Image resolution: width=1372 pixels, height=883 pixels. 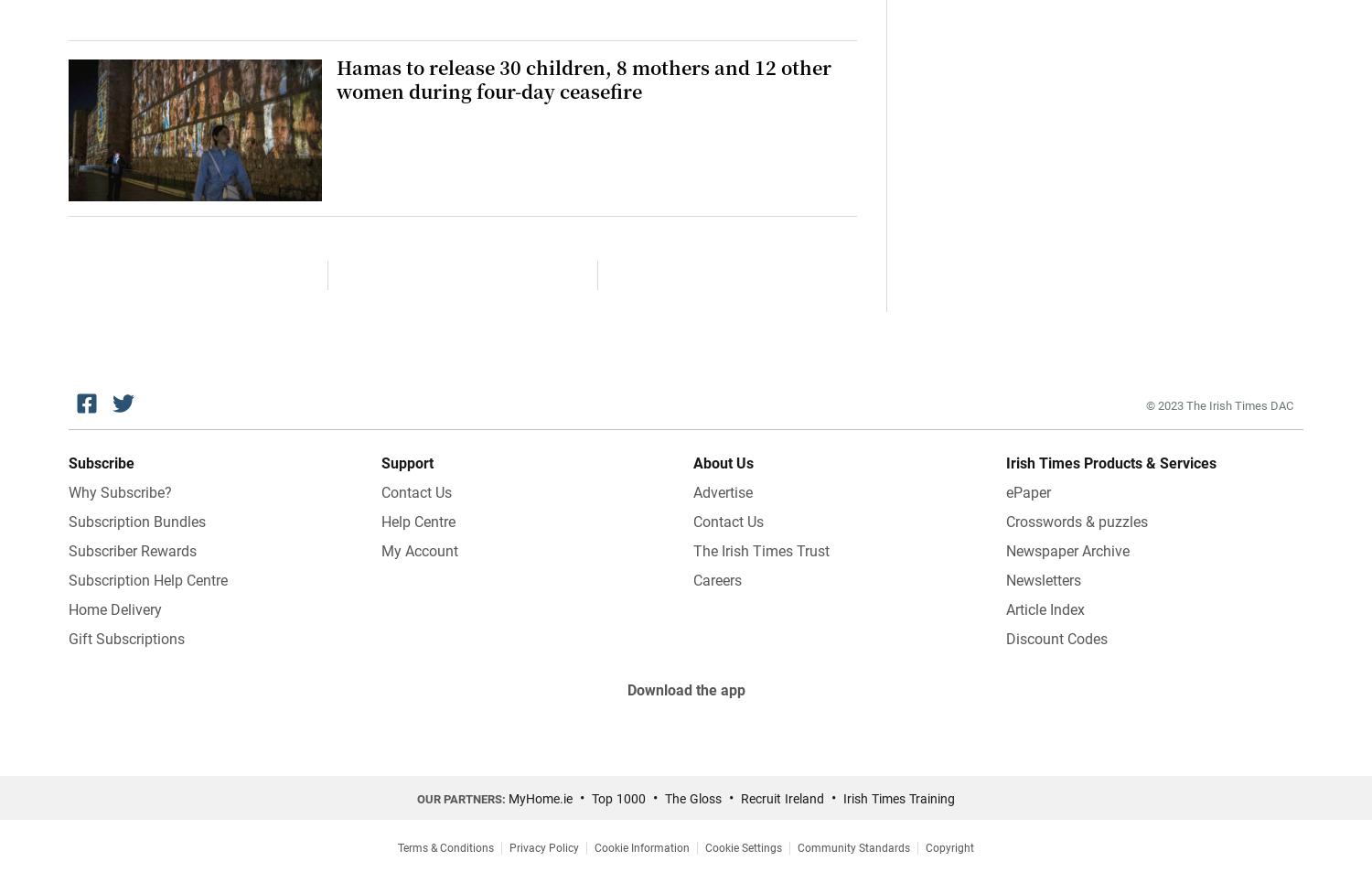 I want to click on 'The Irish Times Trust', so click(x=760, y=549).